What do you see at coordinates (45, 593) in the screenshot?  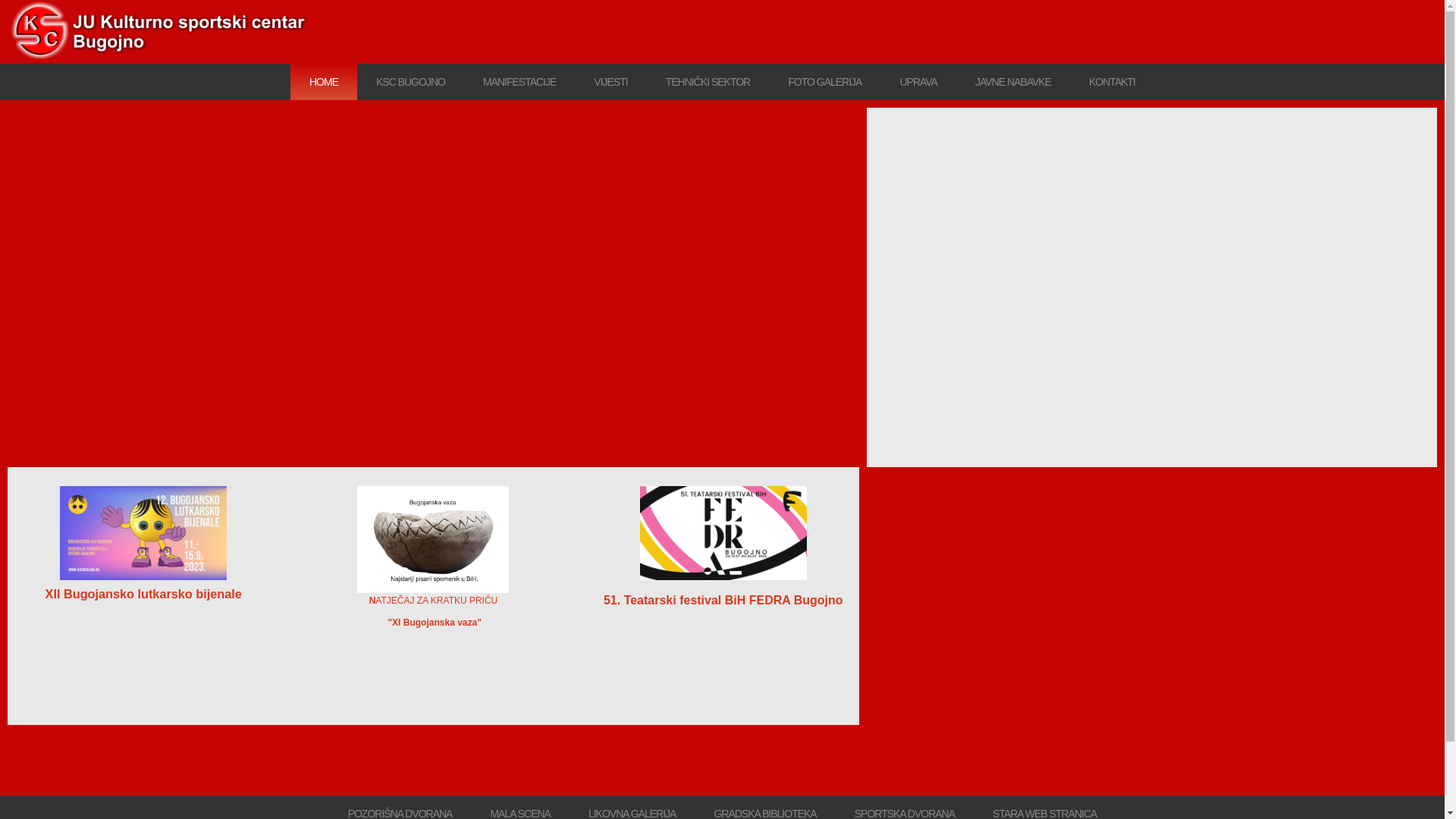 I see `'XII Bugojansko lutkarsko bijenale'` at bounding box center [45, 593].